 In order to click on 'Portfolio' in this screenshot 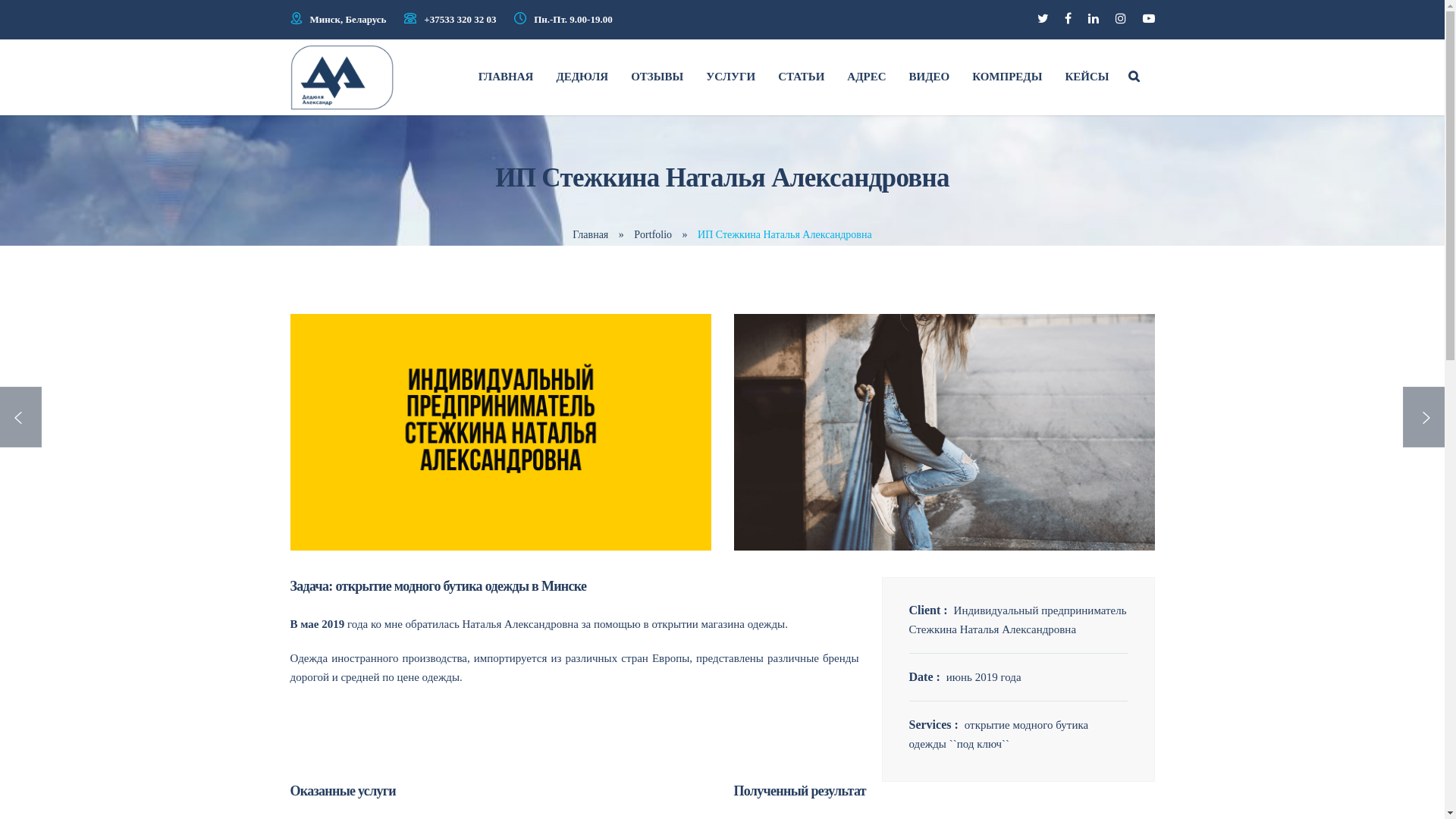, I will do `click(652, 234)`.